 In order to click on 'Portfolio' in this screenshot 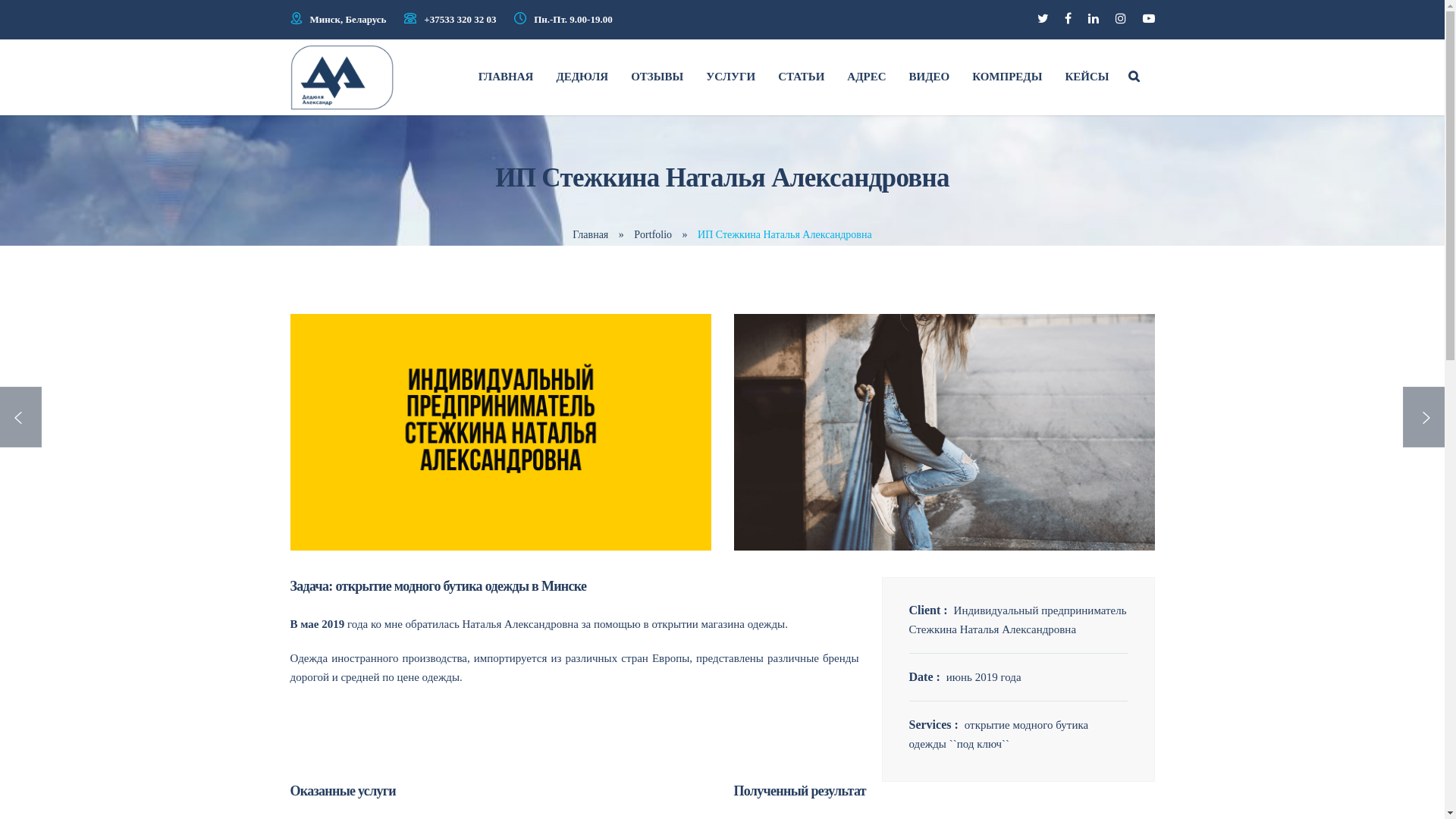, I will do `click(652, 234)`.